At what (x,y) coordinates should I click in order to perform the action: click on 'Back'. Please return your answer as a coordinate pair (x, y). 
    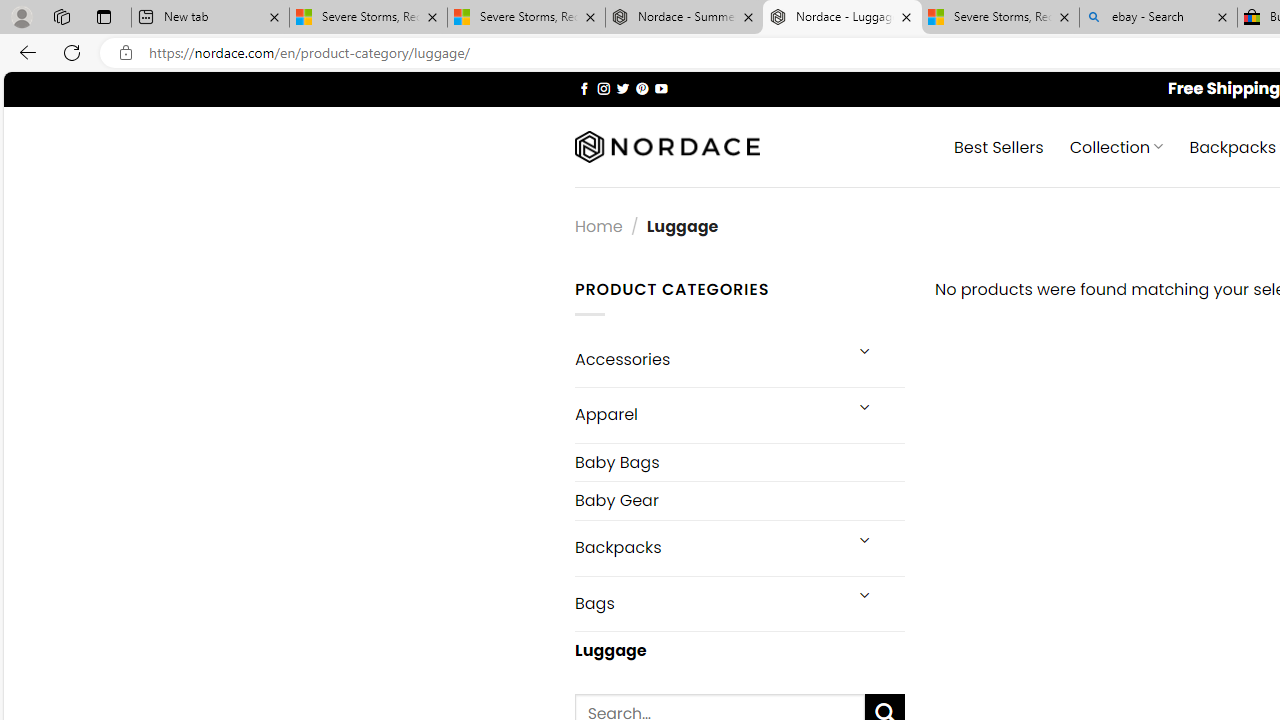
    Looking at the image, I should click on (24, 51).